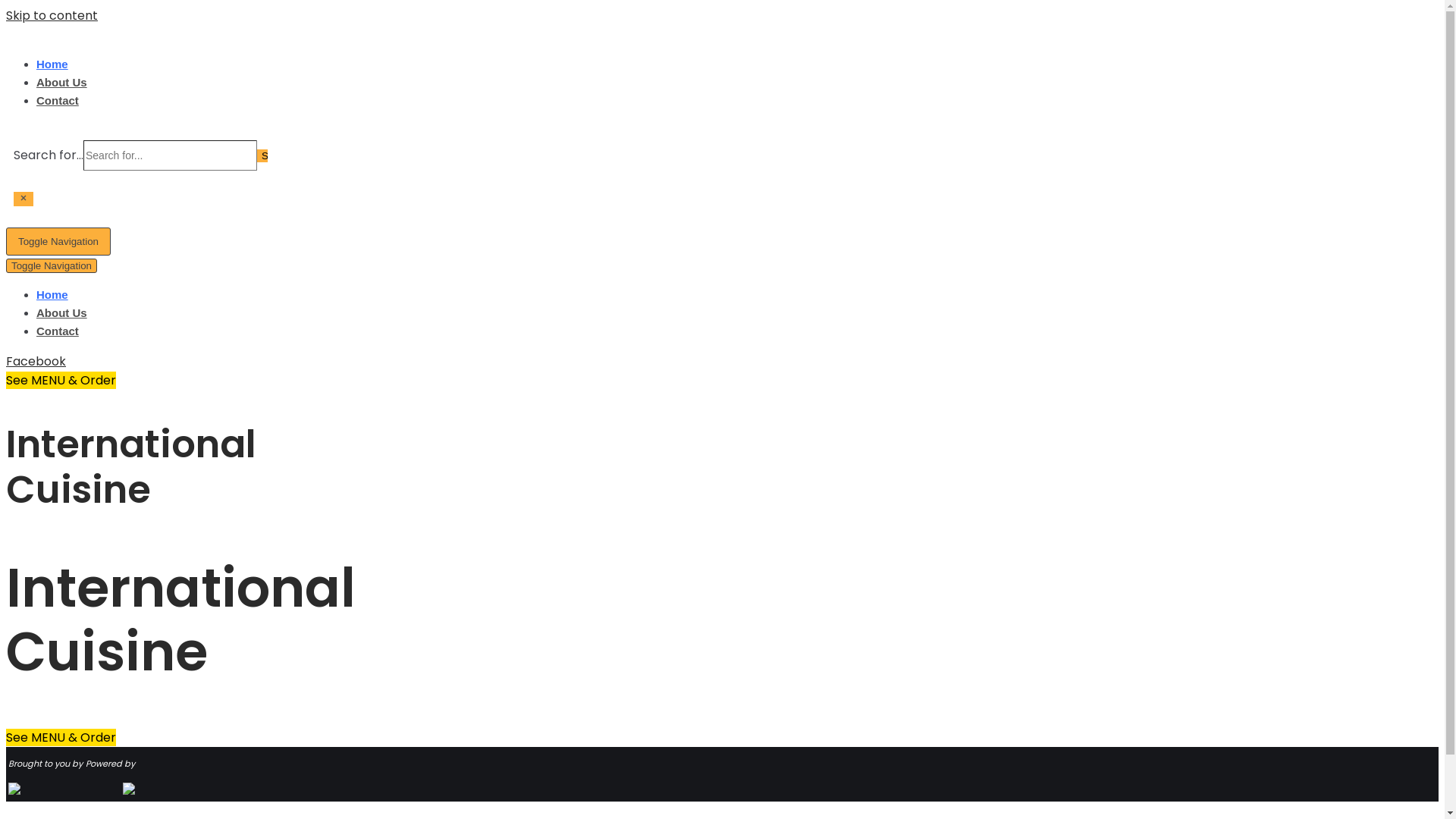 The height and width of the screenshot is (819, 1456). What do you see at coordinates (58, 240) in the screenshot?
I see `'Toggle Navigation'` at bounding box center [58, 240].